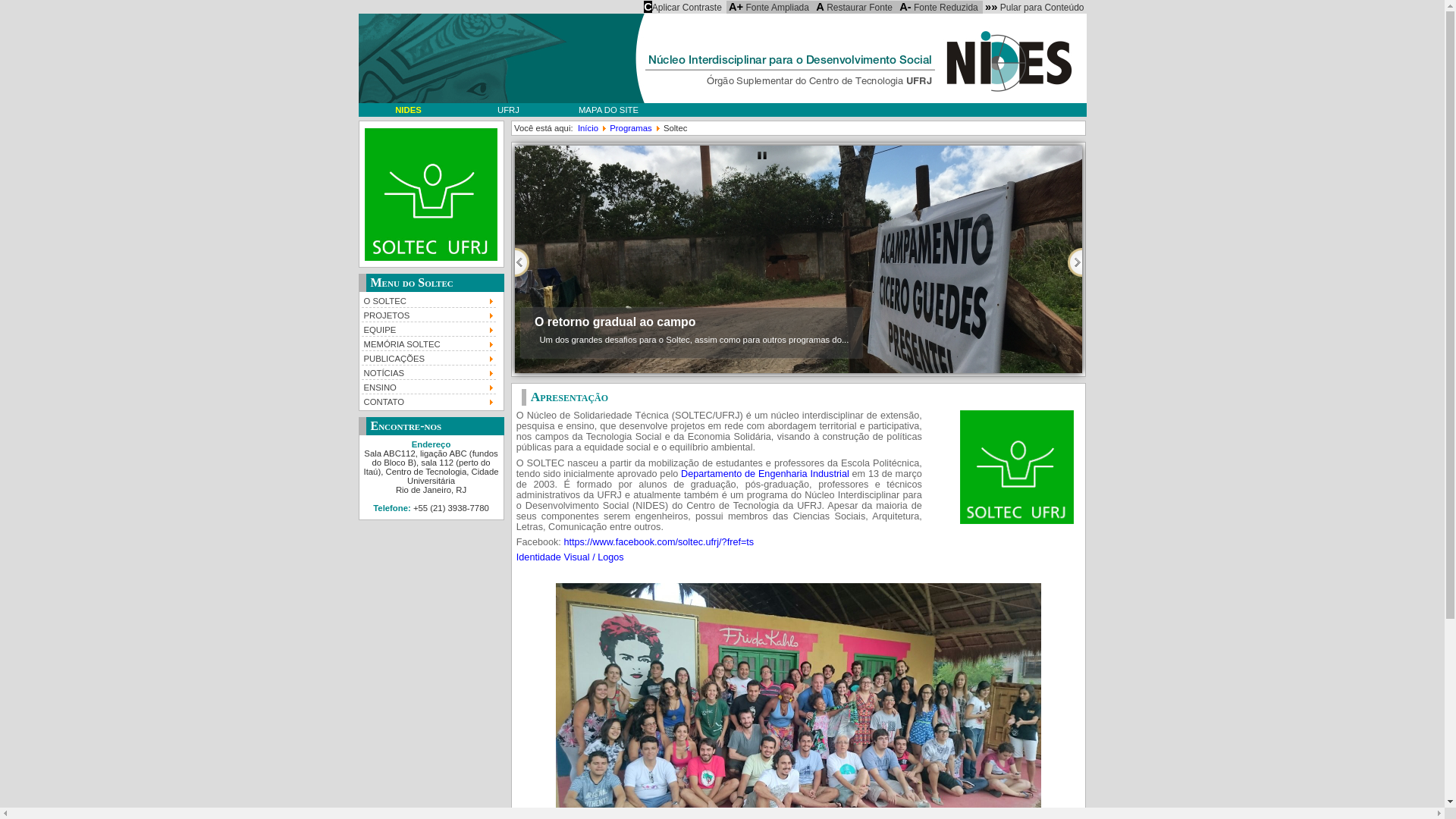 This screenshot has width=1456, height=819. I want to click on 'Departamento de Engenharia Industrial', so click(764, 472).